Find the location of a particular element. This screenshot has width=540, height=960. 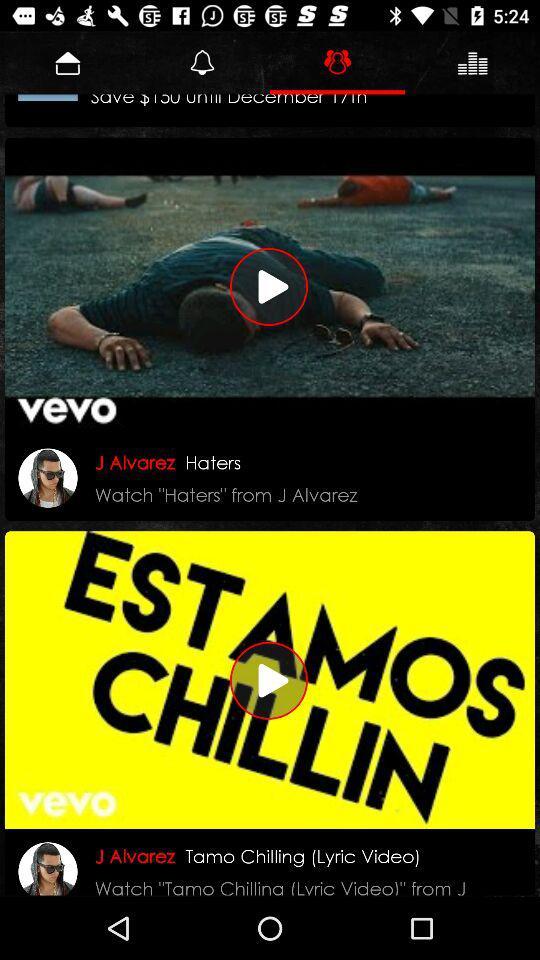

video is located at coordinates (270, 680).